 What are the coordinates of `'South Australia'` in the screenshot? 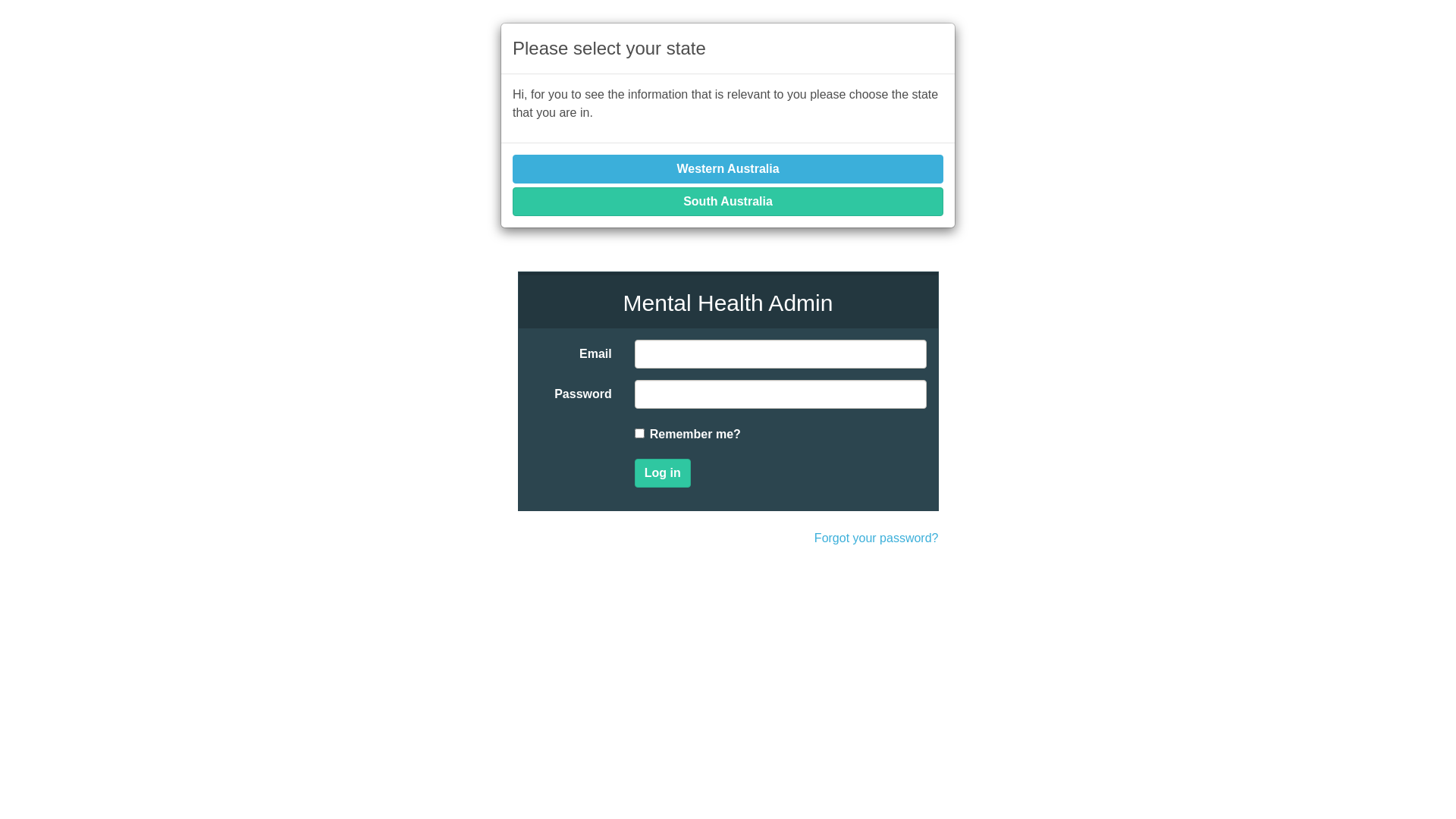 It's located at (728, 201).